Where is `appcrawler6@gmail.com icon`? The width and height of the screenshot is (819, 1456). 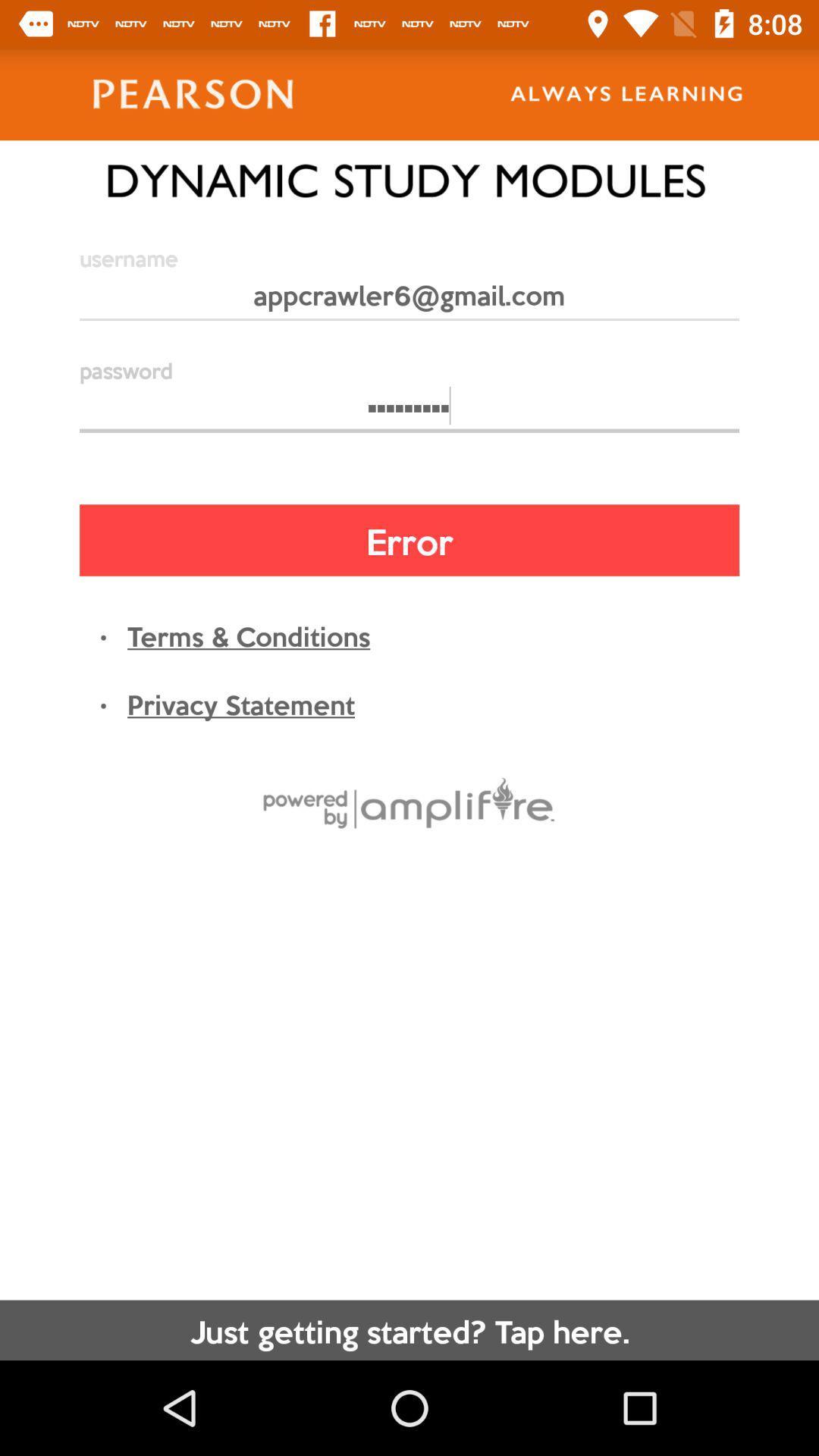 appcrawler6@gmail.com icon is located at coordinates (409, 301).